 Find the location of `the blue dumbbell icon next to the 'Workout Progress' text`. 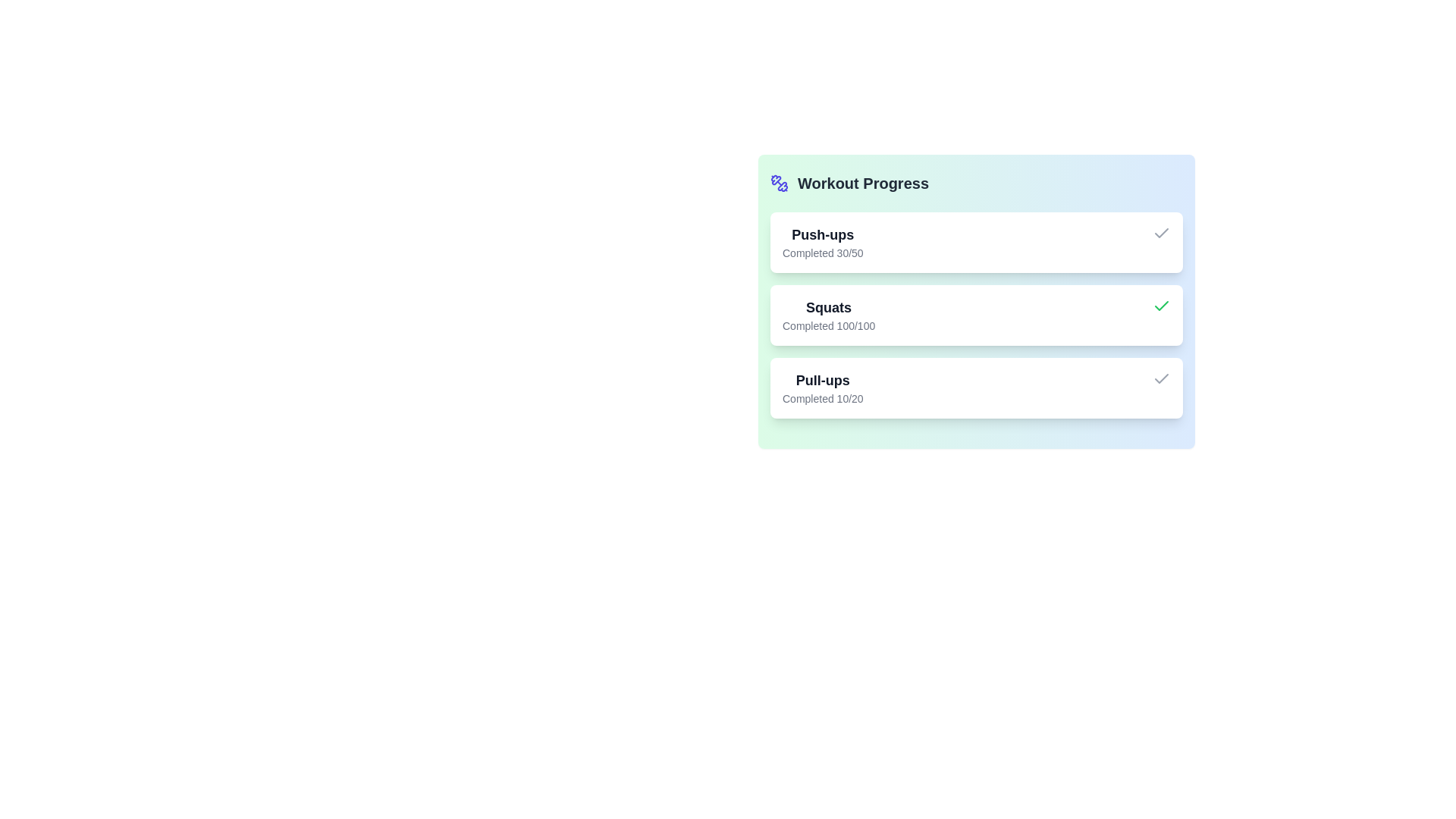

the blue dumbbell icon next to the 'Workout Progress' text is located at coordinates (779, 183).